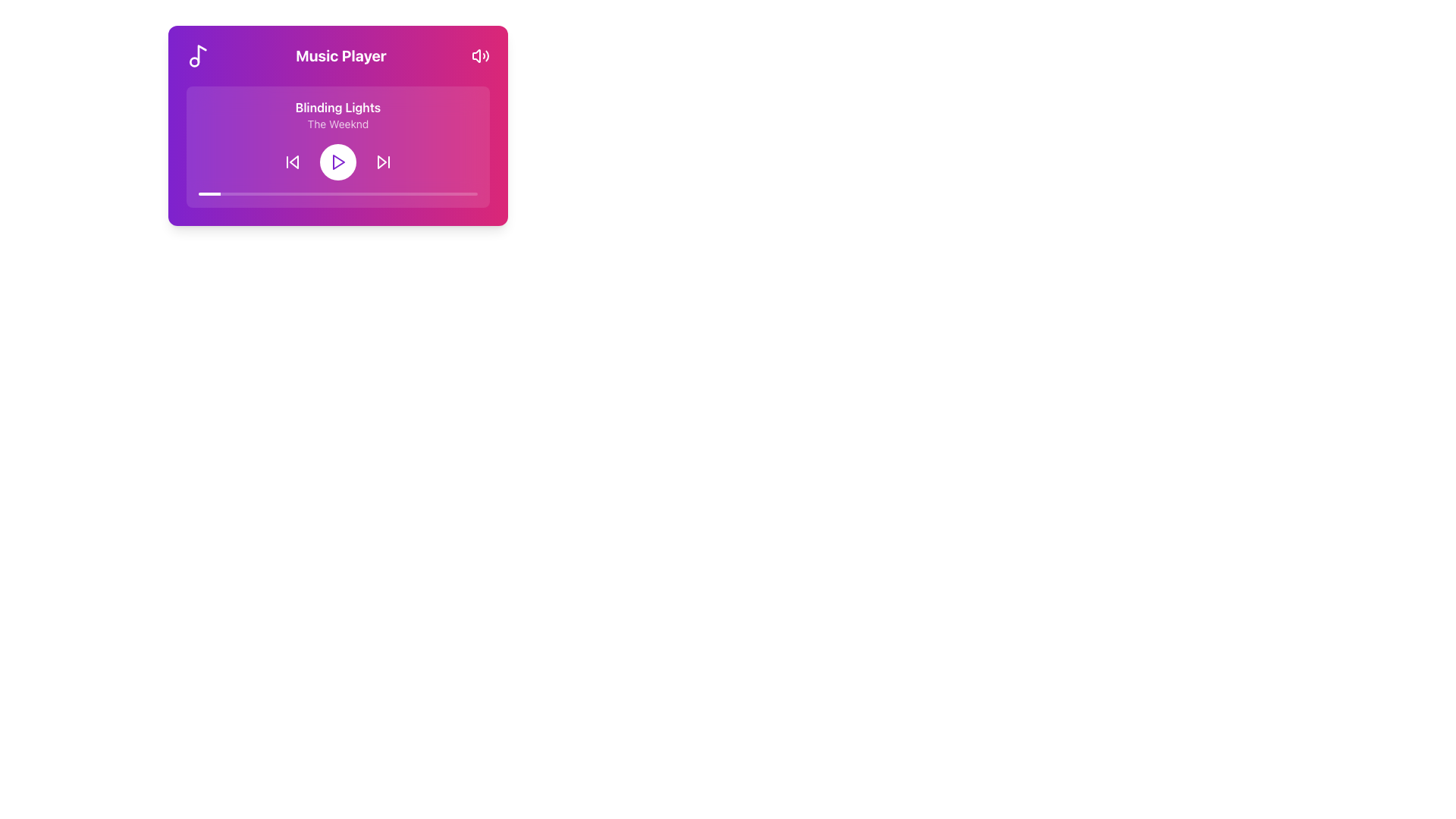 This screenshot has width=1456, height=819. Describe the element at coordinates (292, 162) in the screenshot. I see `the previous track button located in the music player interface, positioned left of the play button and right of the progress bar` at that location.